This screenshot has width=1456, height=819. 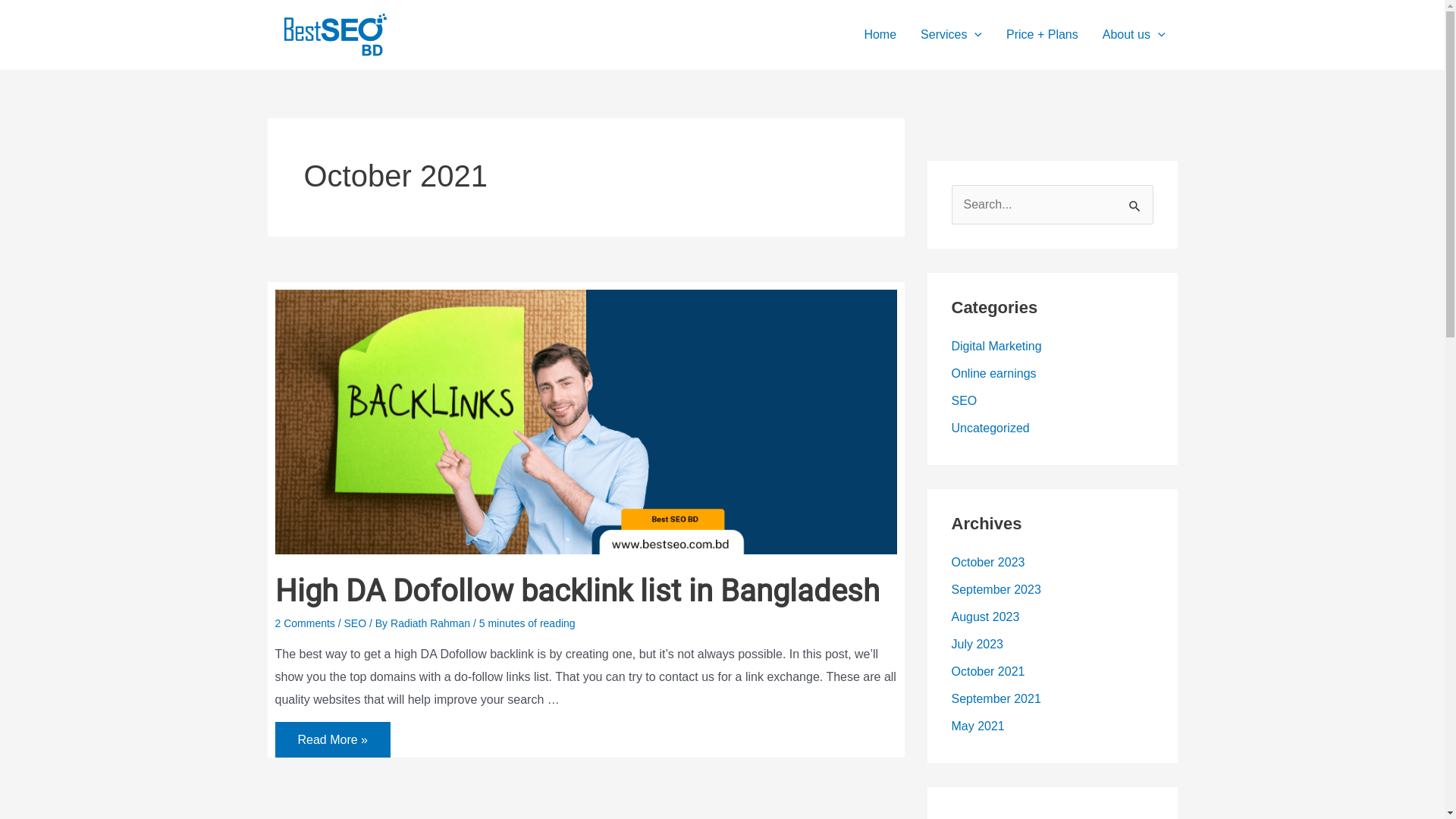 What do you see at coordinates (431, 623) in the screenshot?
I see `'Radiath Rahman'` at bounding box center [431, 623].